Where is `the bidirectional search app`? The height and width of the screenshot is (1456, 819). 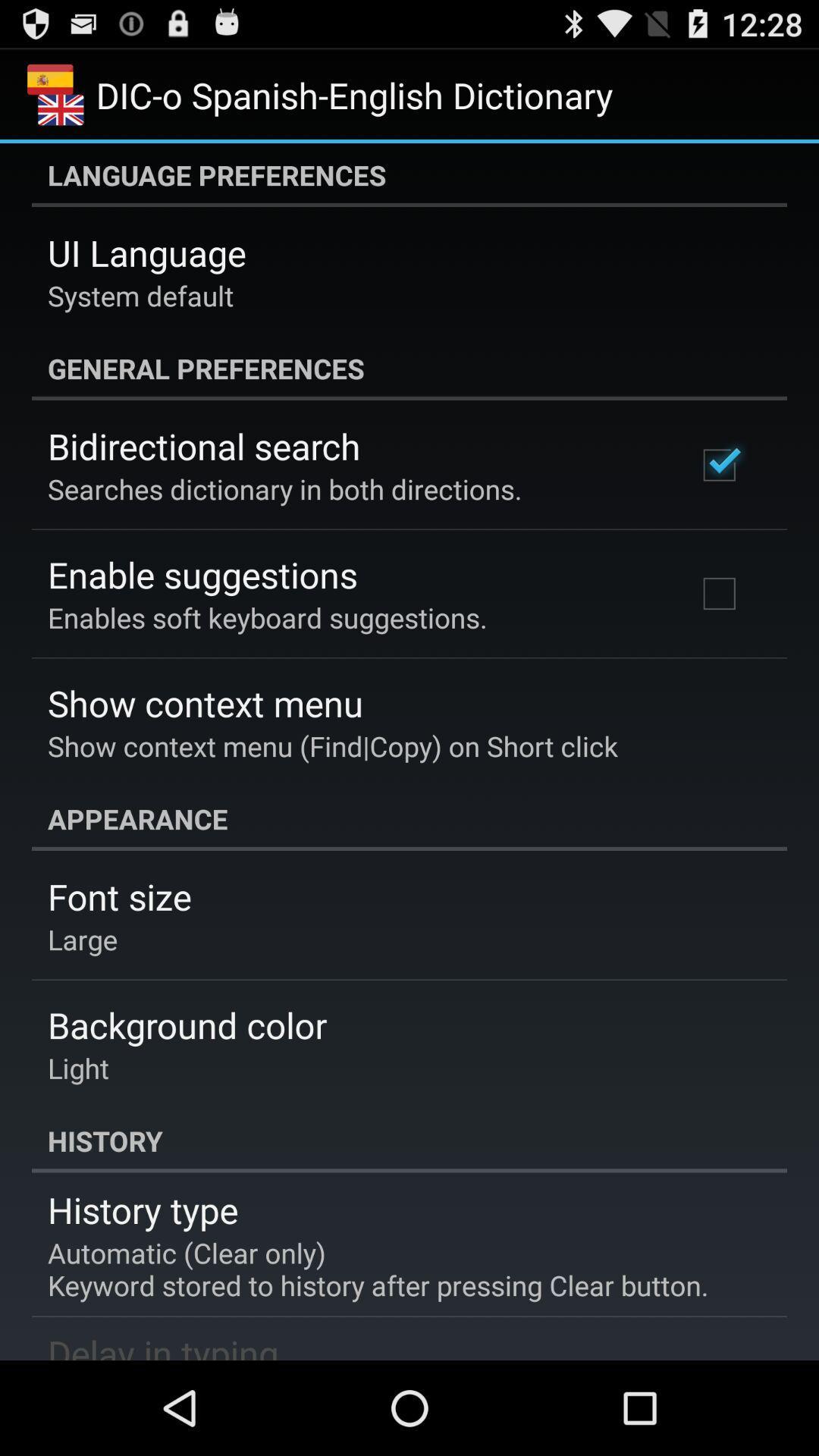 the bidirectional search app is located at coordinates (203, 445).